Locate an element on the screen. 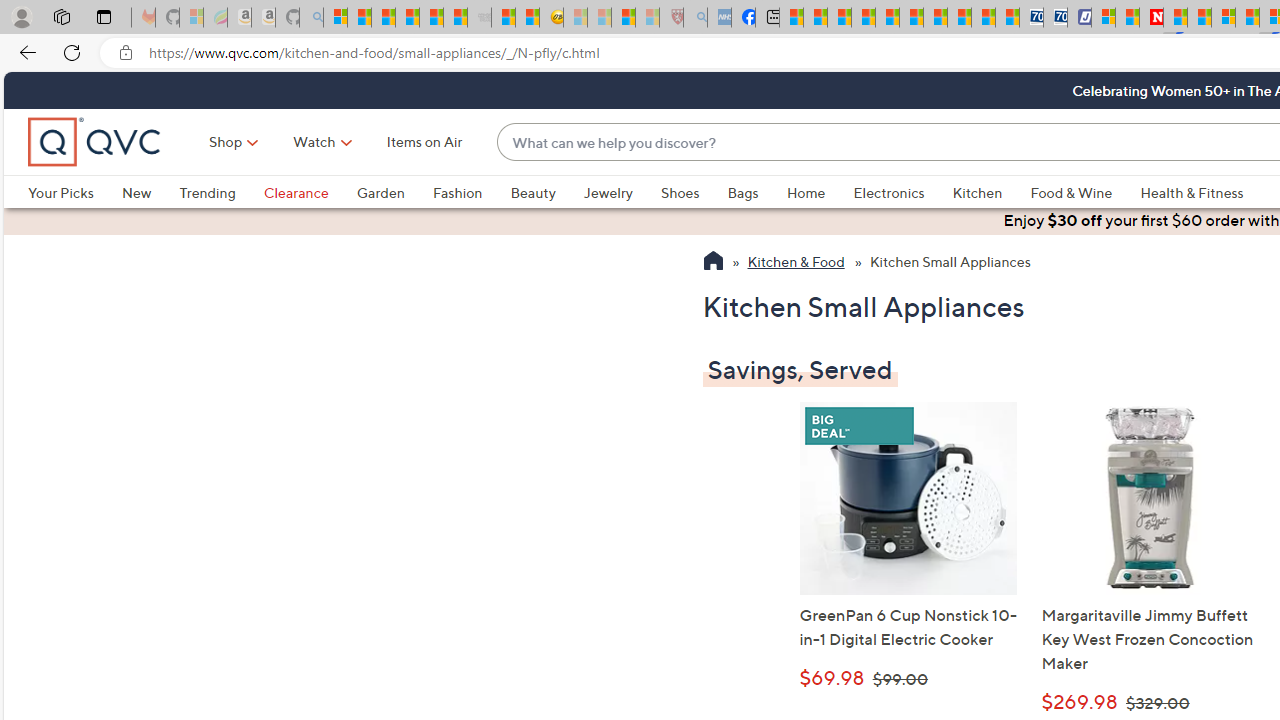  'Latest Politics News & Archive | Newsweek.com' is located at coordinates (1152, 17).